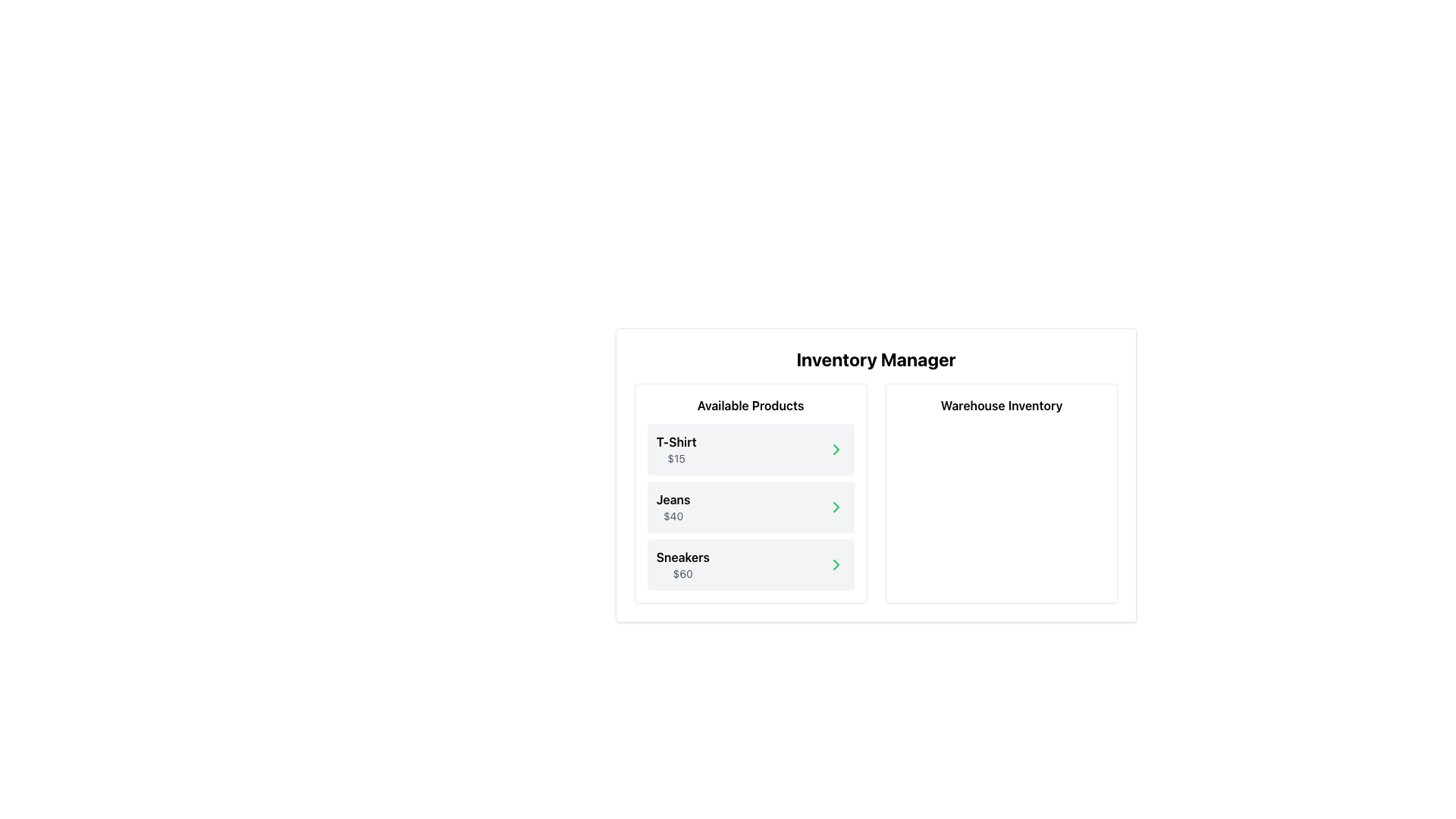 The height and width of the screenshot is (819, 1456). Describe the element at coordinates (673, 516) in the screenshot. I see `the gray text label '$40' located below 'Jeans' in the 'Available Products' section` at that location.